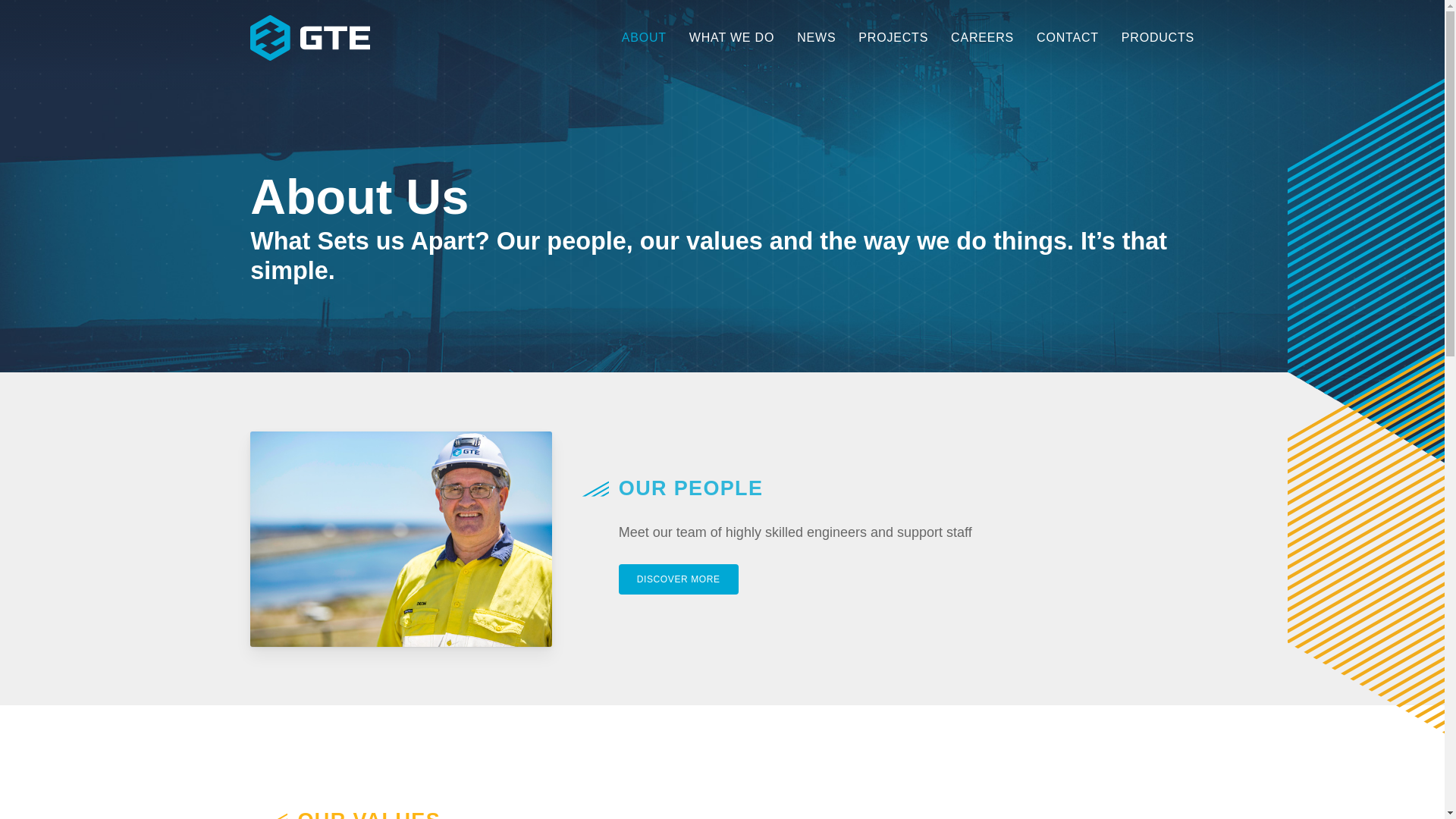  I want to click on 'NEWS', so click(786, 37).